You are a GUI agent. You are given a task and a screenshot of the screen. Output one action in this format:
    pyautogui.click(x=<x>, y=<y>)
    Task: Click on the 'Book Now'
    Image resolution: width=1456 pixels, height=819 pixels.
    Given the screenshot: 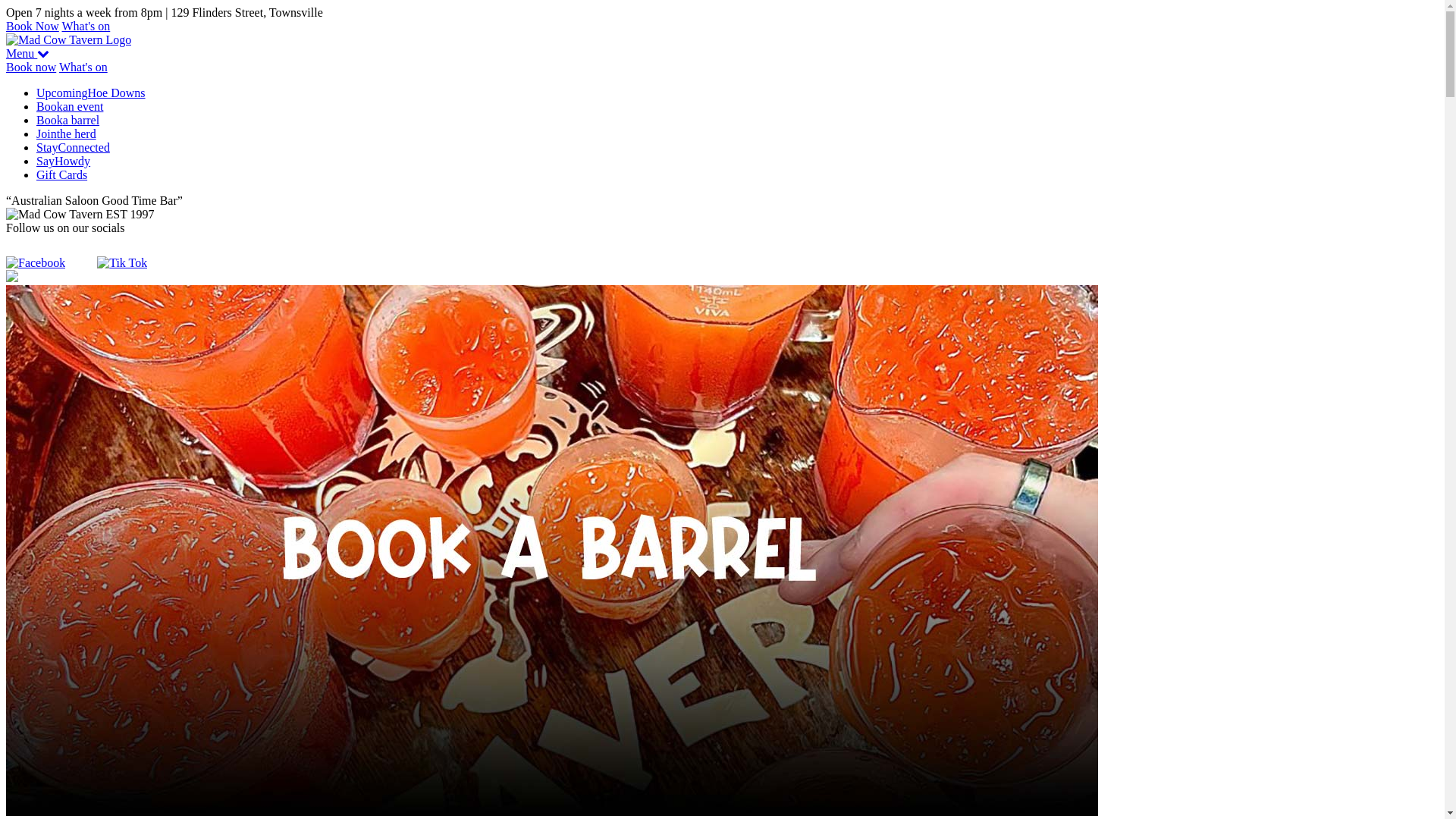 What is the action you would take?
    pyautogui.click(x=33, y=26)
    